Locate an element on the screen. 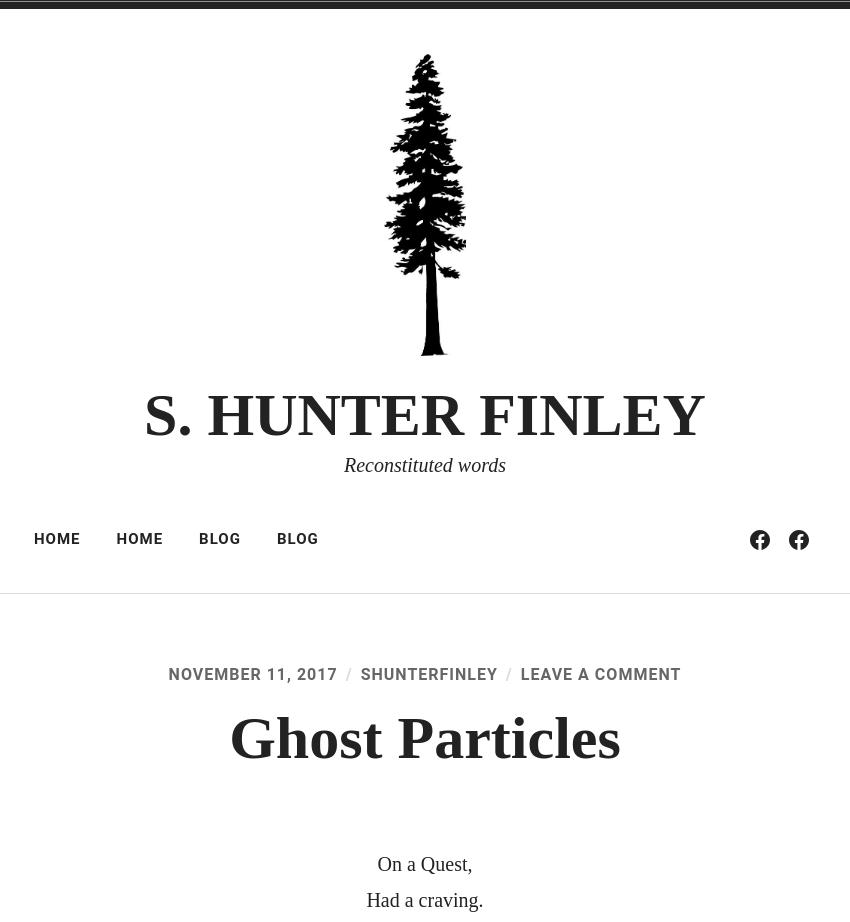  'S. HUNTER FINLEY' is located at coordinates (424, 413).